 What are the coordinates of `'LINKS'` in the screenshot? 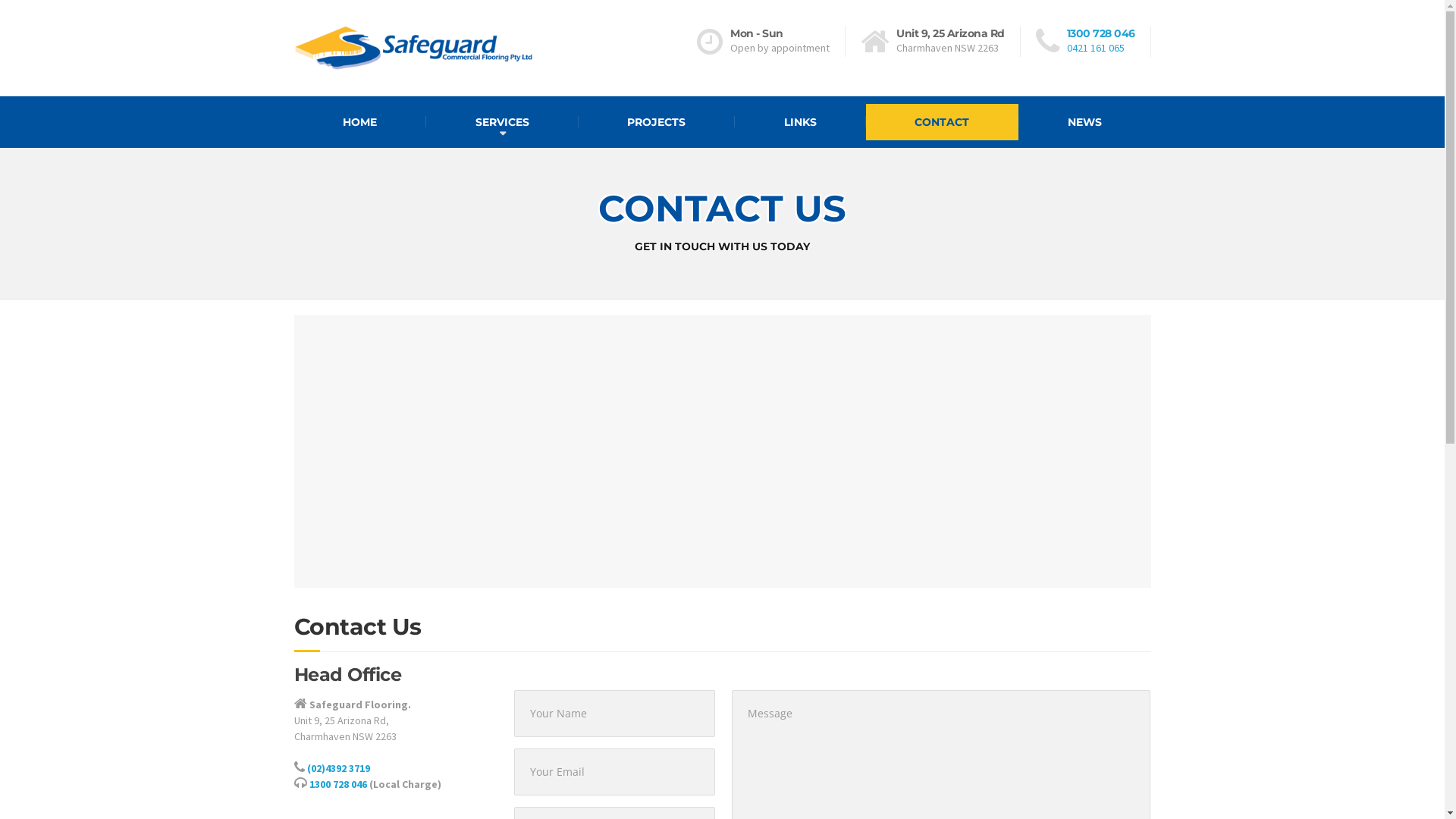 It's located at (735, 121).